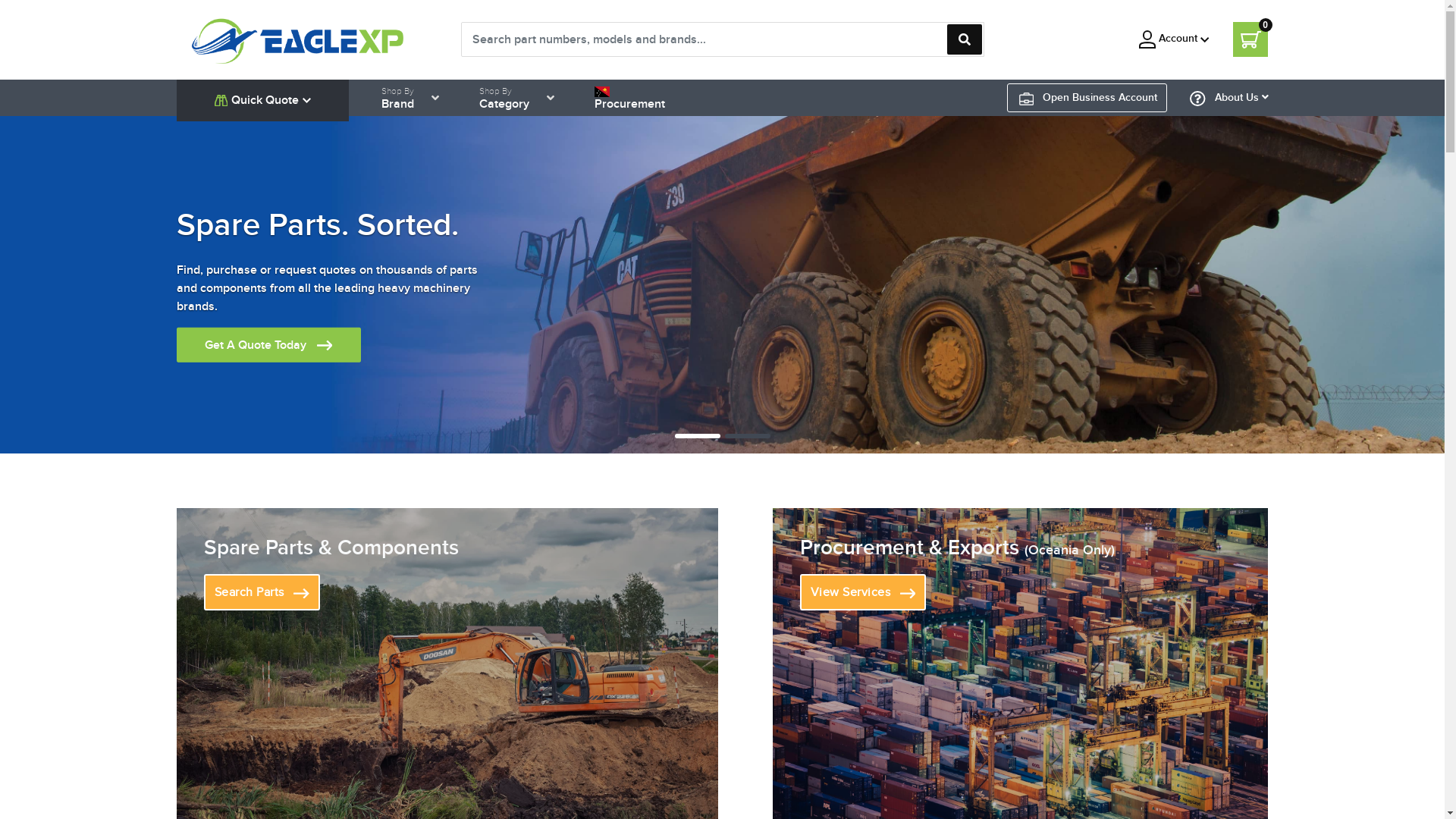 The height and width of the screenshot is (819, 1456). I want to click on 'Shop By, so click(397, 97).